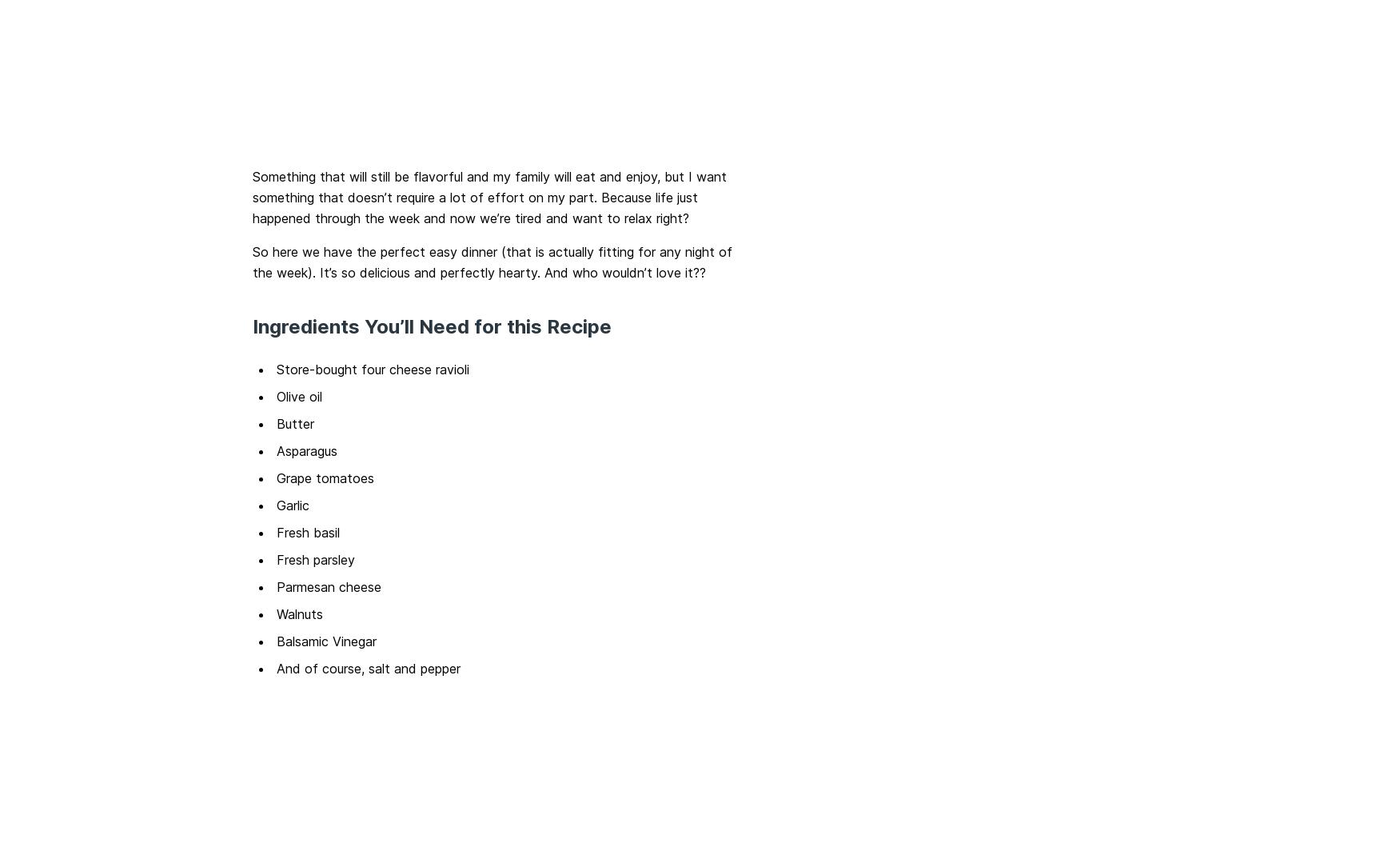  I want to click on 'Fresh basil', so click(307, 531).